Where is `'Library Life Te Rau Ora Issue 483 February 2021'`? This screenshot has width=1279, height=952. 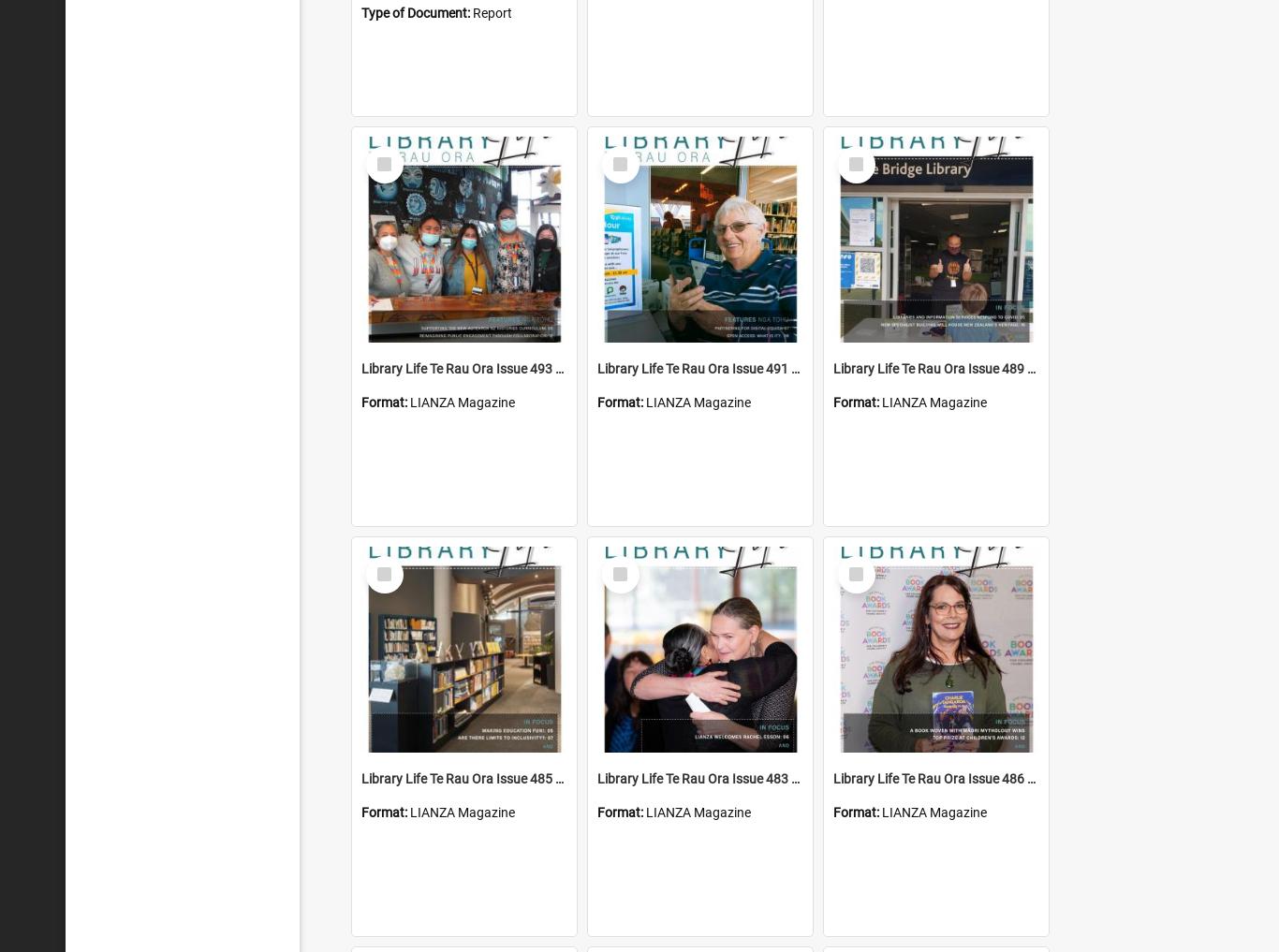 'Library Life Te Rau Ora Issue 483 February 2021' is located at coordinates (736, 778).